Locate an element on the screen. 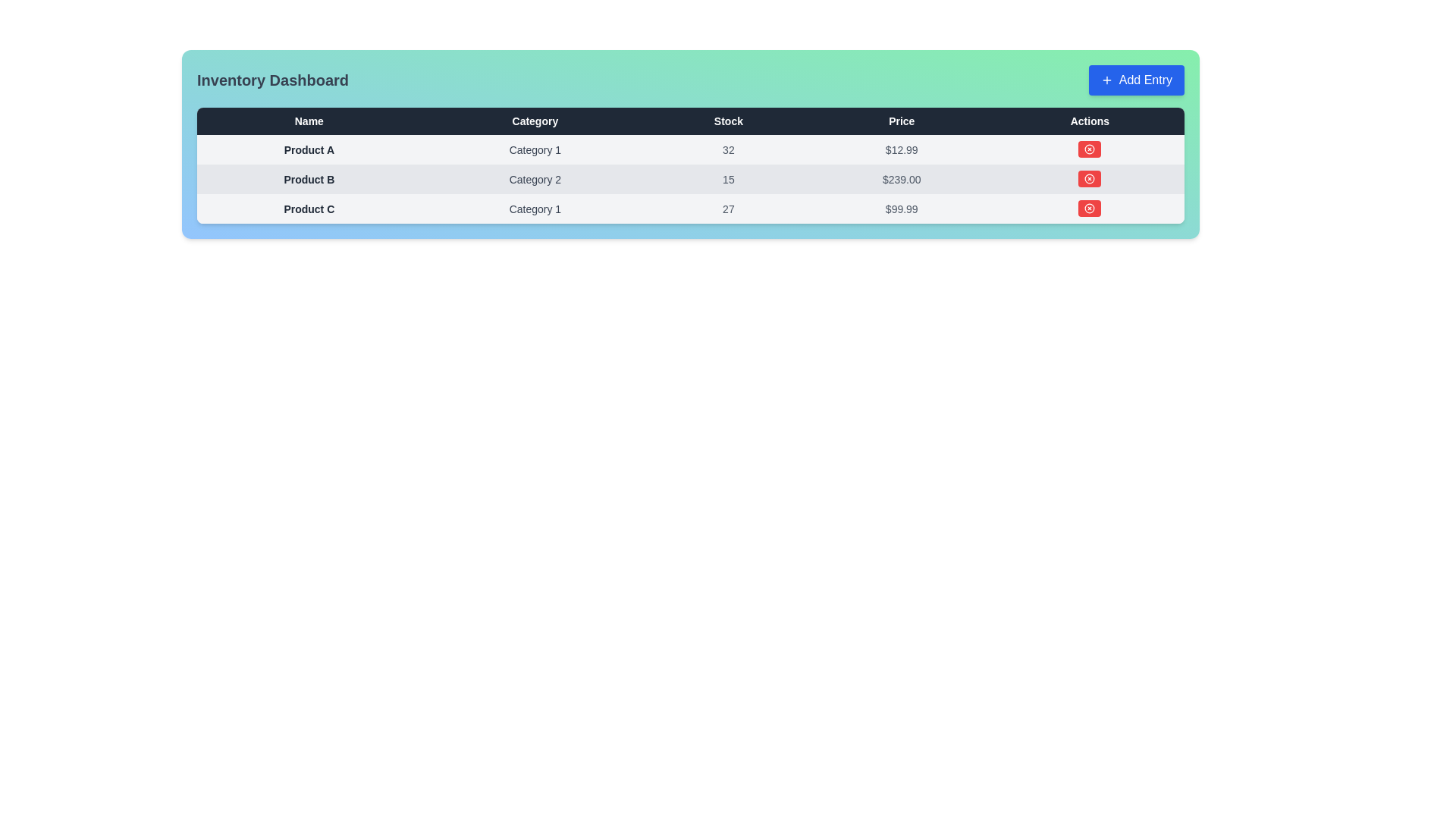 This screenshot has height=819, width=1456. the red rounded rectangle button with a white circular icon in the last row of the table under the 'Actions' column is located at coordinates (1089, 208).